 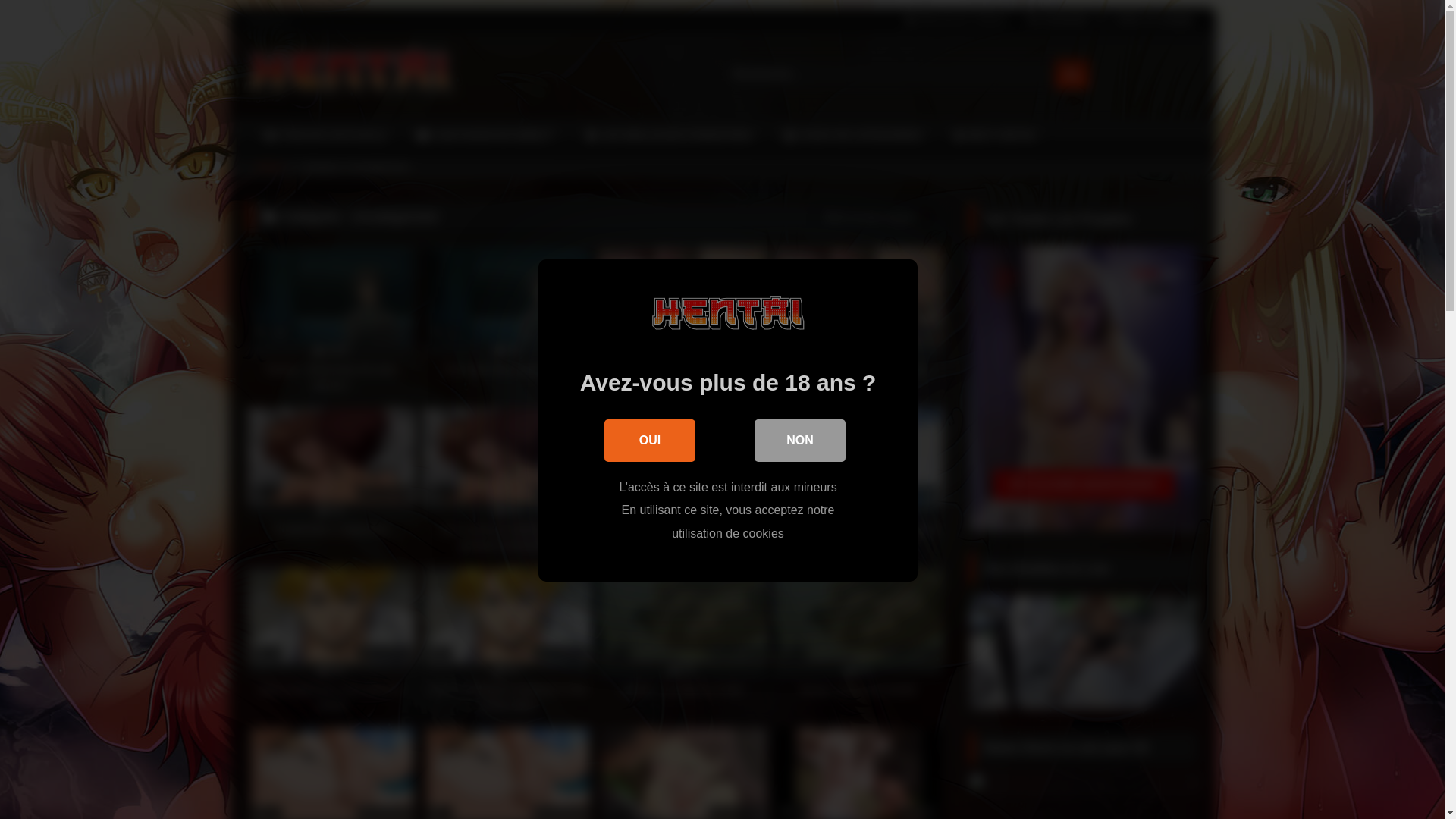 I want to click on '14, so click(x=330, y=640).